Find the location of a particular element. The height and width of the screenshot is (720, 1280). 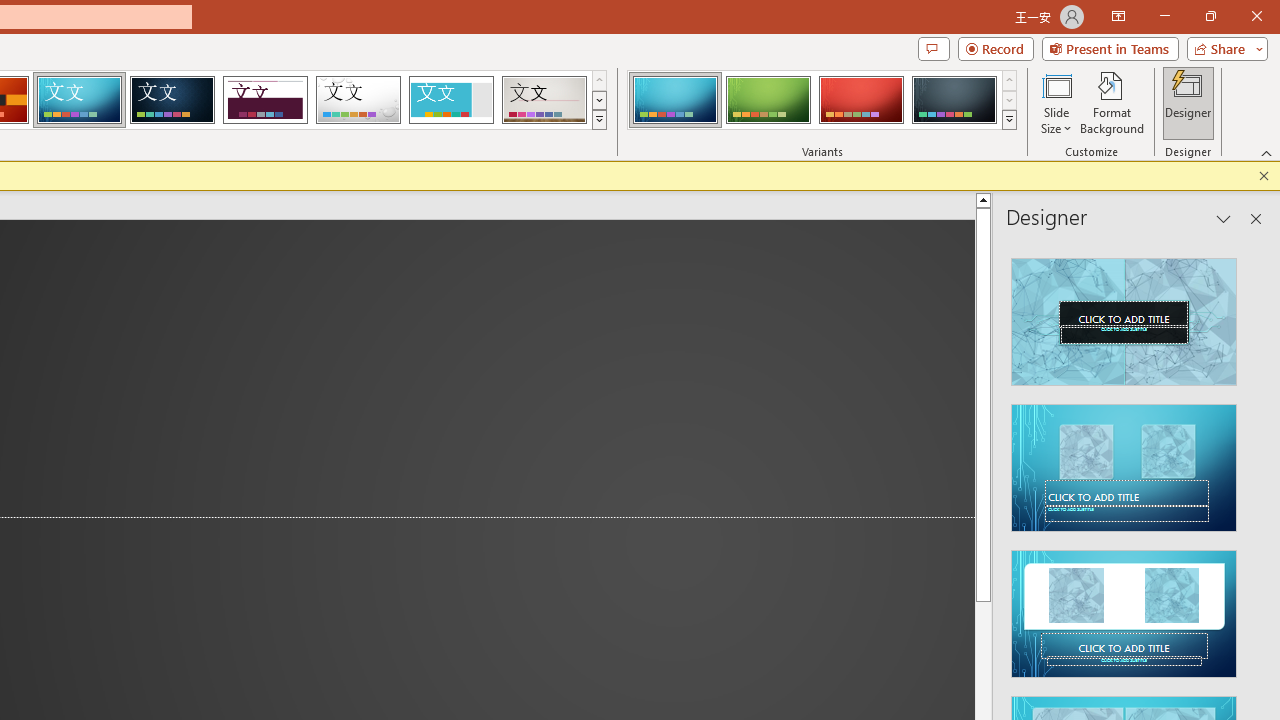

'Close this message' is located at coordinates (1263, 175).